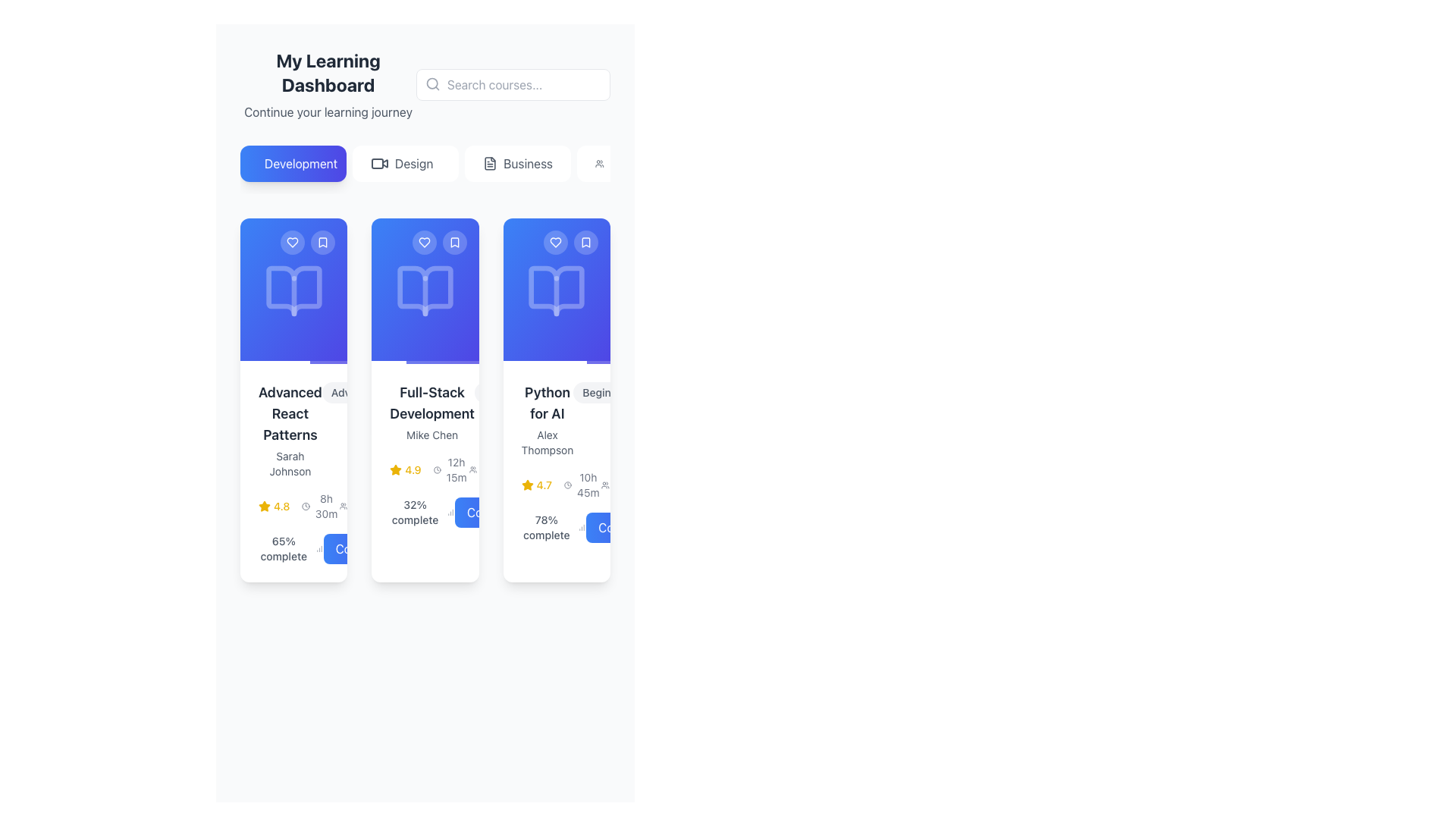 Image resolution: width=1456 pixels, height=819 pixels. What do you see at coordinates (343, 506) in the screenshot?
I see `the icon representing 'students' located near the text '1234 students' in the bottom-right section of the dashboard interface` at bounding box center [343, 506].